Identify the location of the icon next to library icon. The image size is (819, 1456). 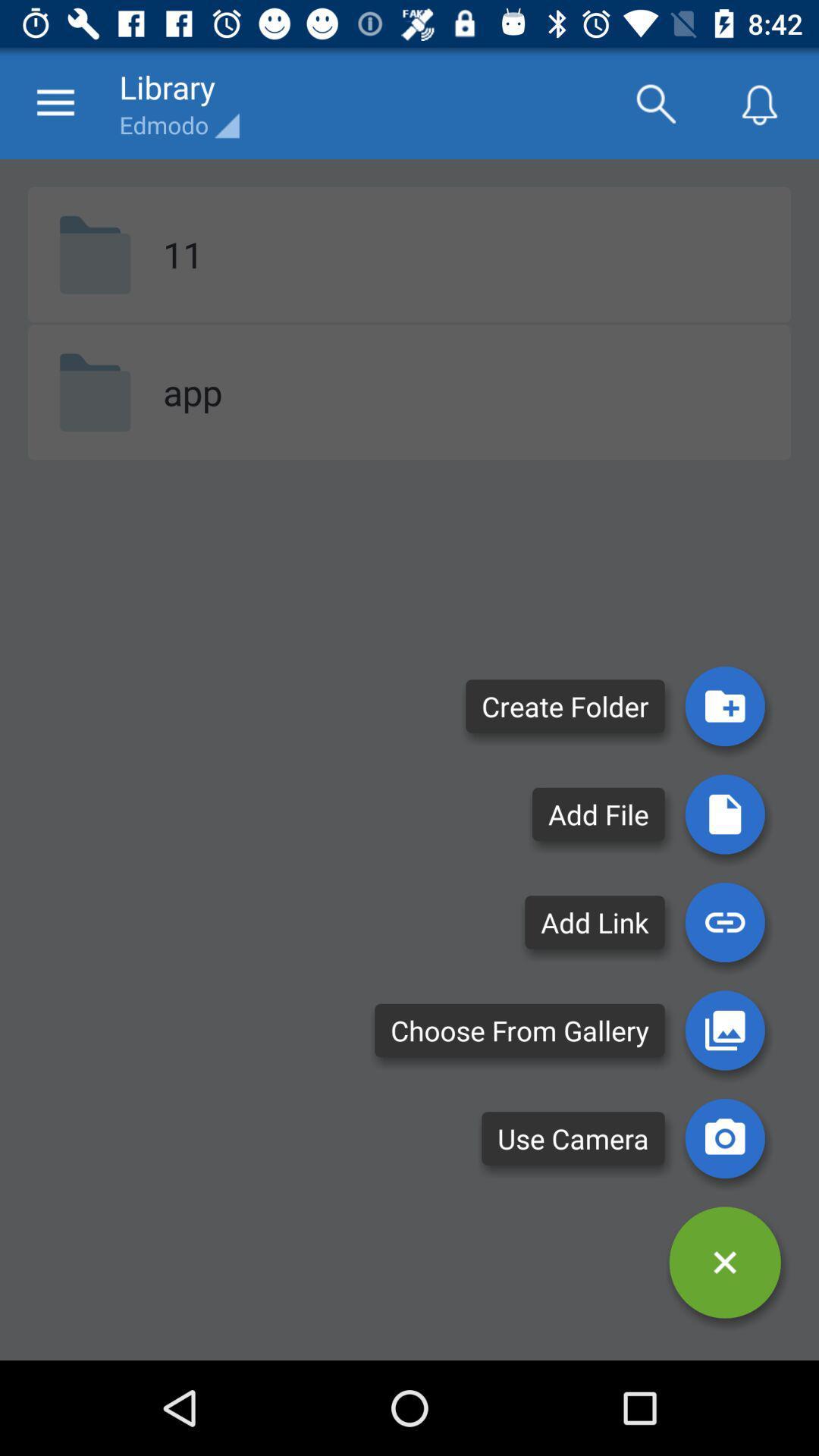
(654, 102).